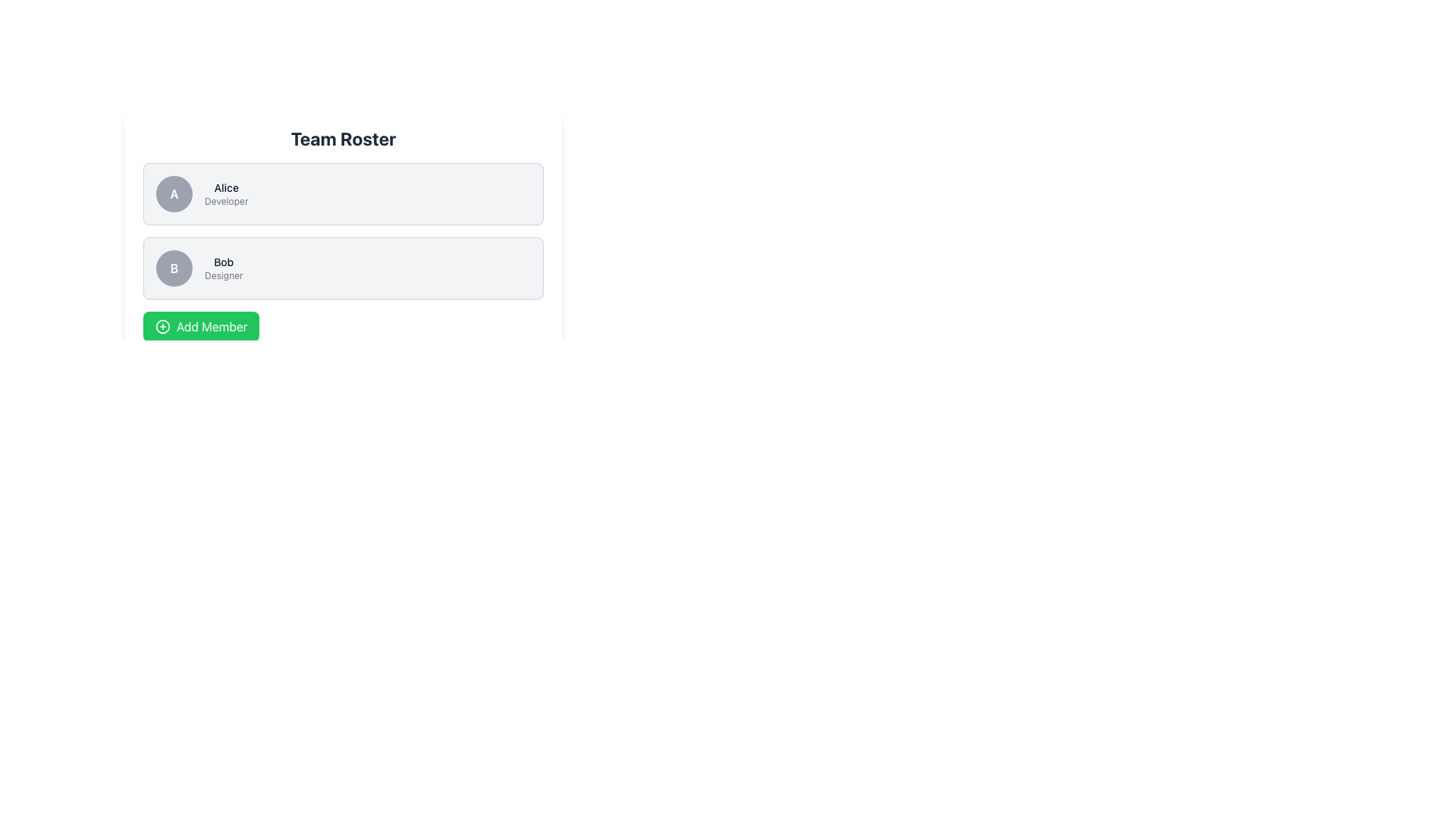 The height and width of the screenshot is (819, 1456). What do you see at coordinates (223, 268) in the screenshot?
I see `the text label displaying a name and title located in the second row of the user listing interface, to the right of the circular avatar with the initial 'B'` at bounding box center [223, 268].